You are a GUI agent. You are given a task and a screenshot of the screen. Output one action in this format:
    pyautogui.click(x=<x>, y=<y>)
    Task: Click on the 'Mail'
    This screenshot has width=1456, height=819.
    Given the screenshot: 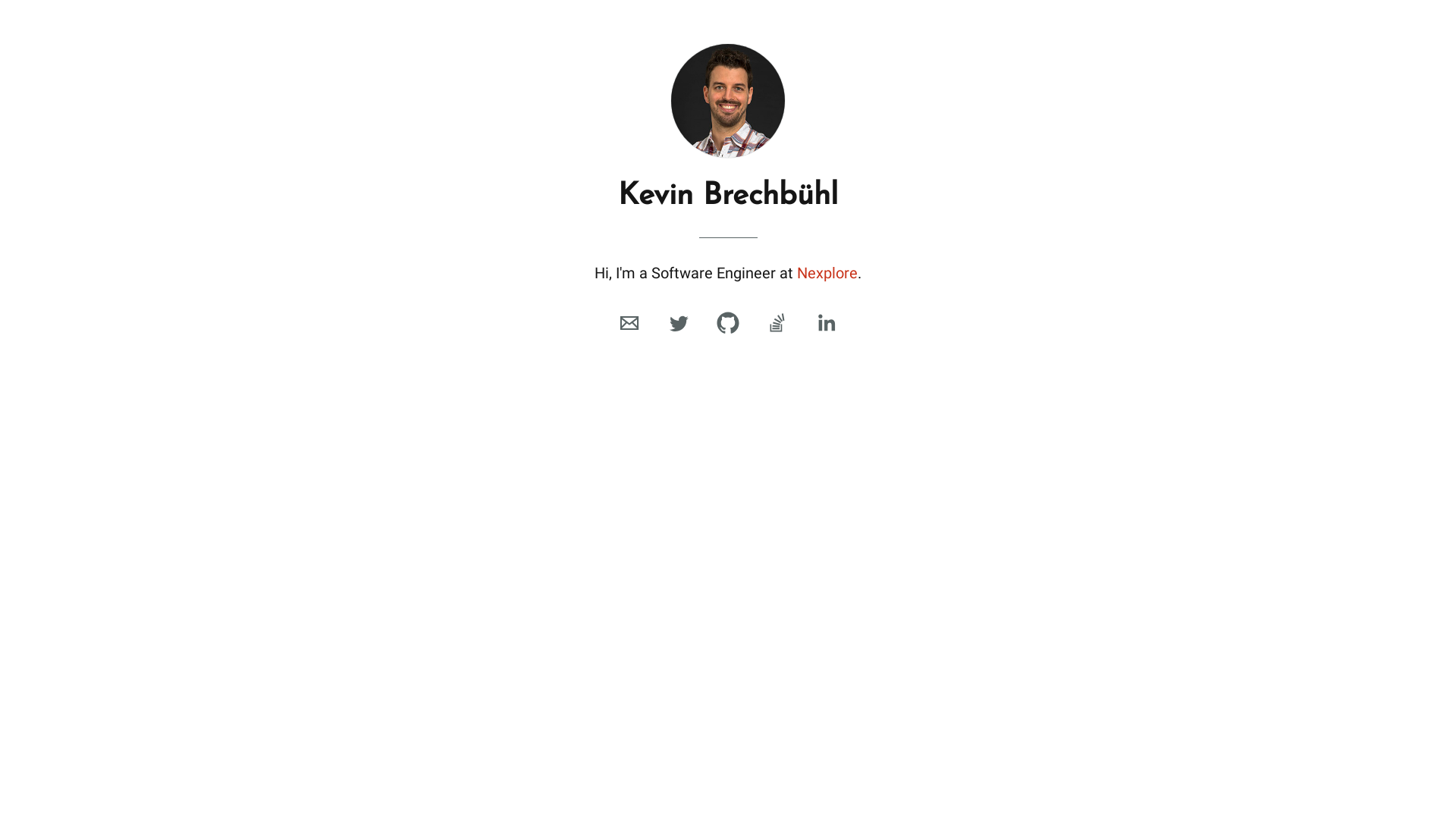 What is the action you would take?
    pyautogui.click(x=614, y=322)
    